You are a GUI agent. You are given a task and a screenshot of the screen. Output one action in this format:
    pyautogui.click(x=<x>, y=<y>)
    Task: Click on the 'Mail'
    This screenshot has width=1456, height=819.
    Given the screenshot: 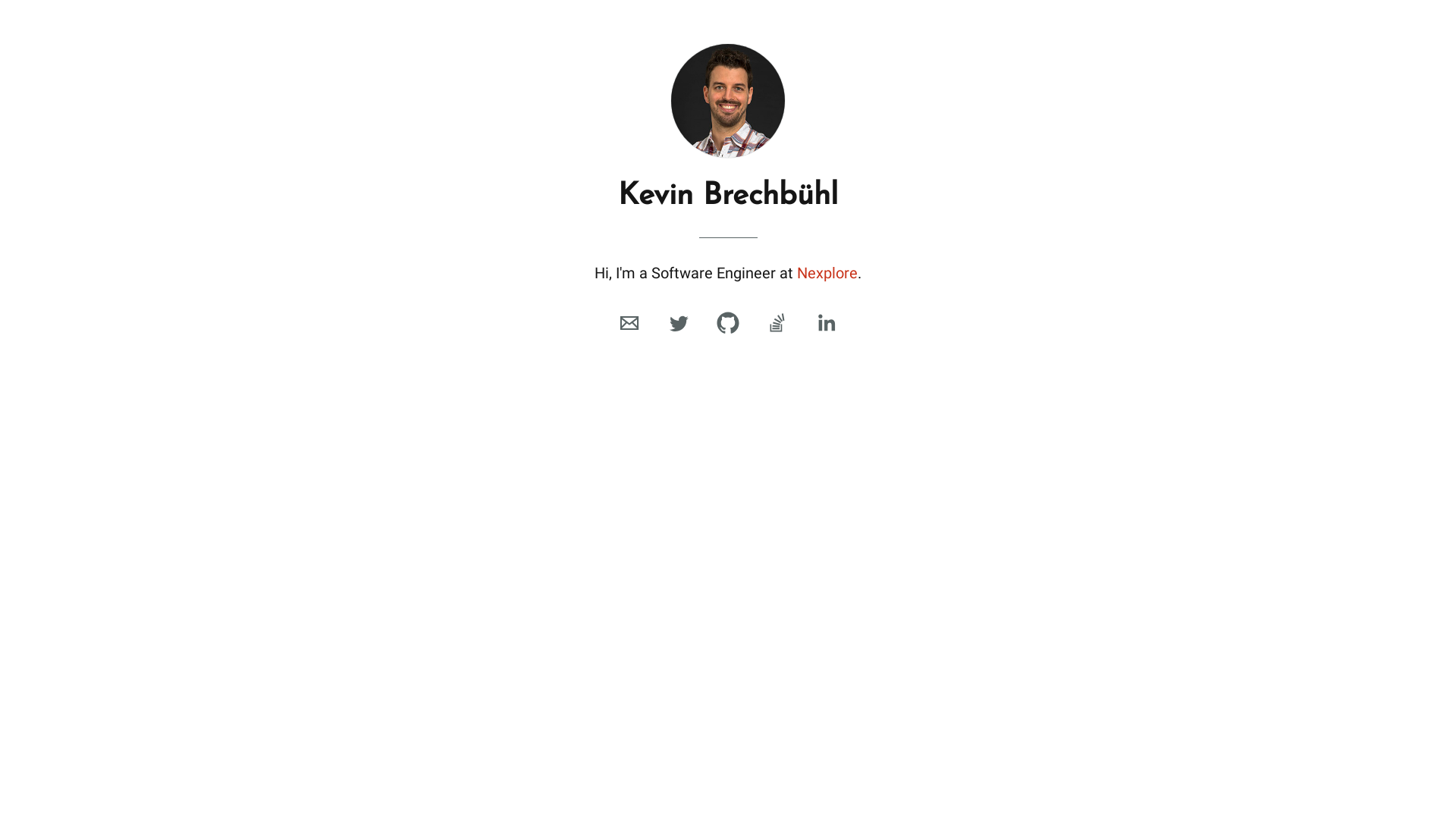 What is the action you would take?
    pyautogui.click(x=614, y=322)
    